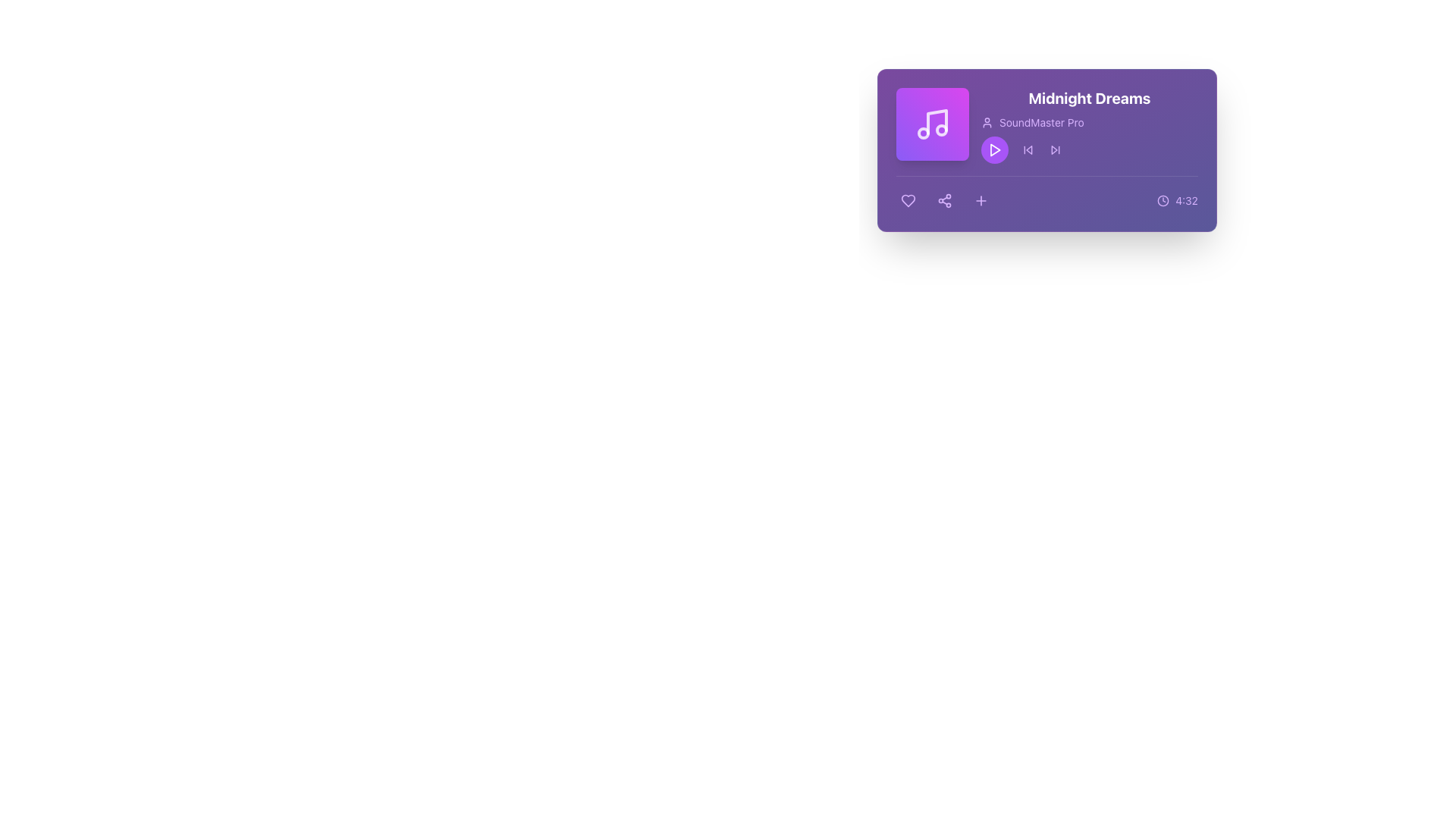  What do you see at coordinates (1163, 200) in the screenshot?
I see `the base circle representing the clock face within the clock icon of the music playback widget, located near the timestamp text '4:32'` at bounding box center [1163, 200].